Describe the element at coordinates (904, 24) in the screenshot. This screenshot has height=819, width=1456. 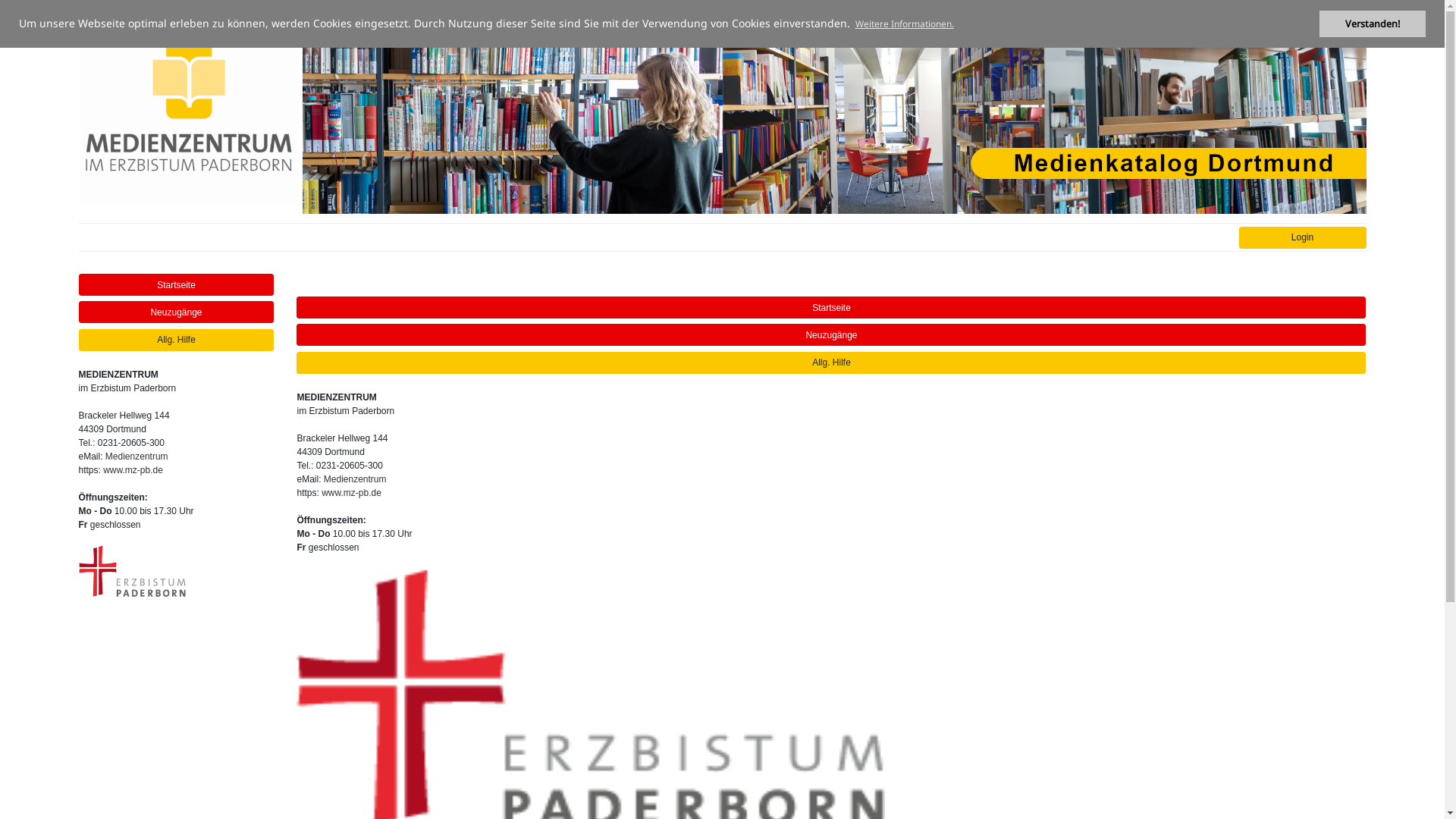
I see `'Weitere Informationen.'` at that location.